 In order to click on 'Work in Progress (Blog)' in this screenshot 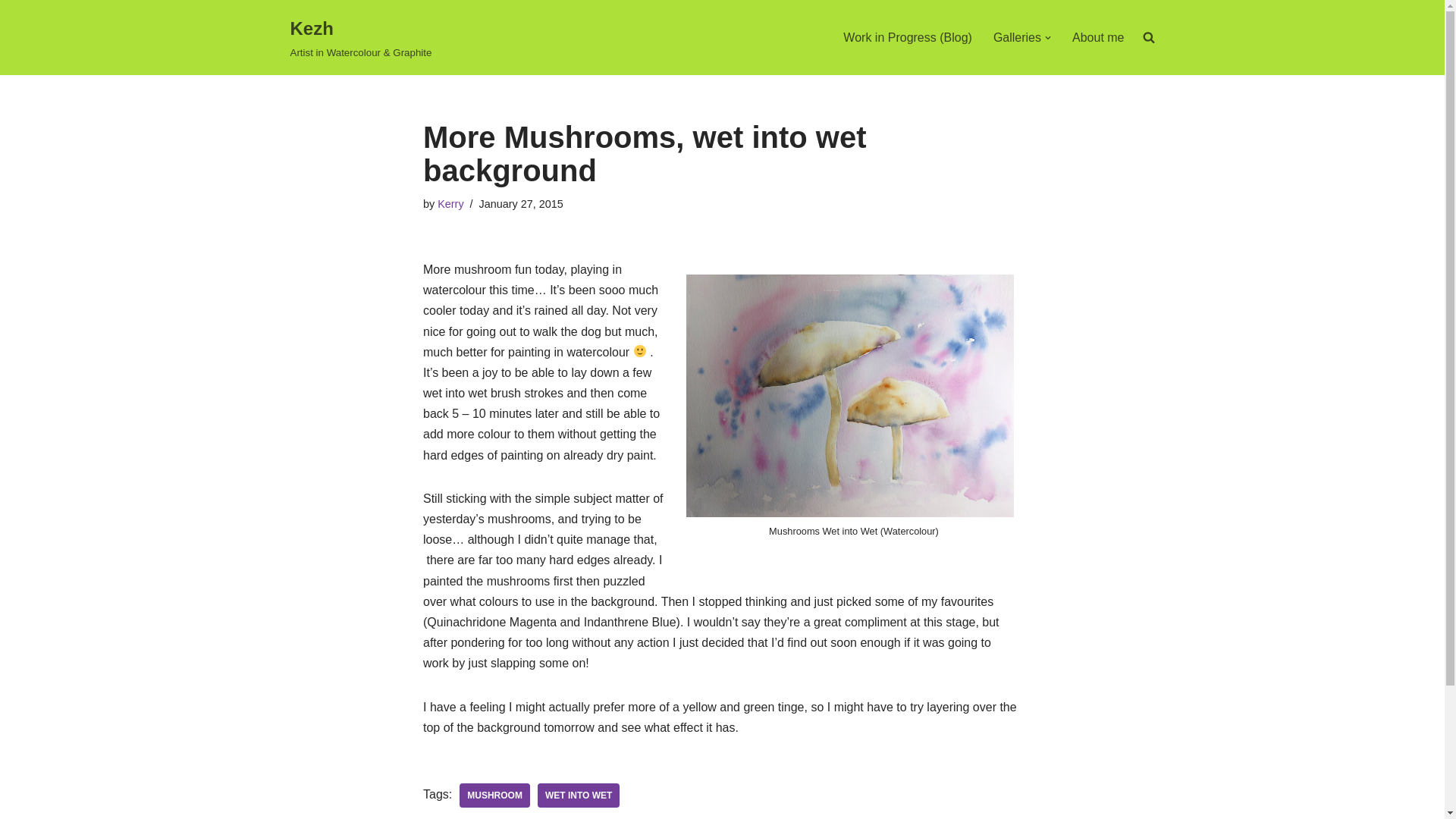, I will do `click(907, 36)`.